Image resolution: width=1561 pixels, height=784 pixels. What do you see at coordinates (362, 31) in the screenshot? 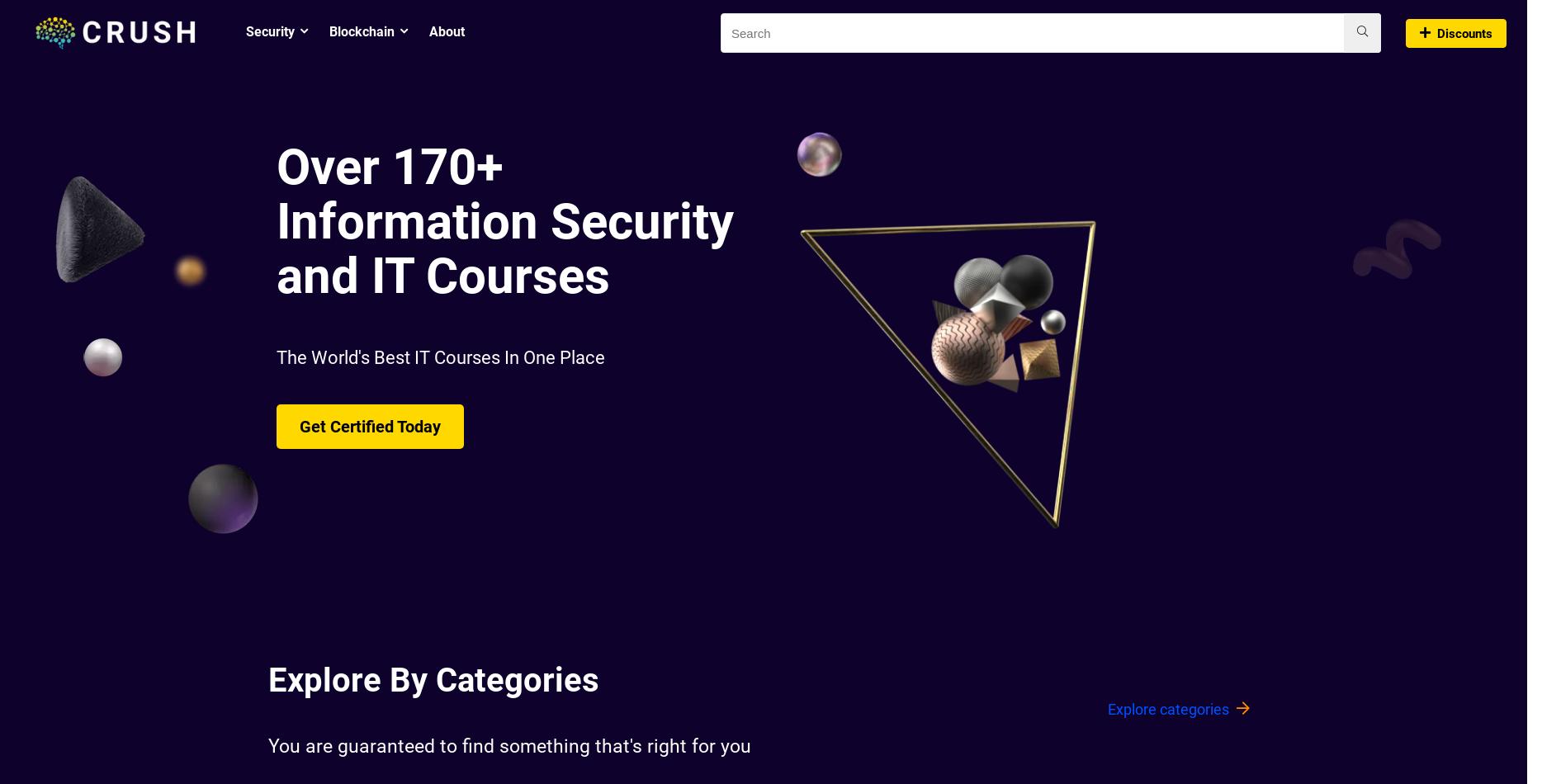
I see `'Blockchain'` at bounding box center [362, 31].